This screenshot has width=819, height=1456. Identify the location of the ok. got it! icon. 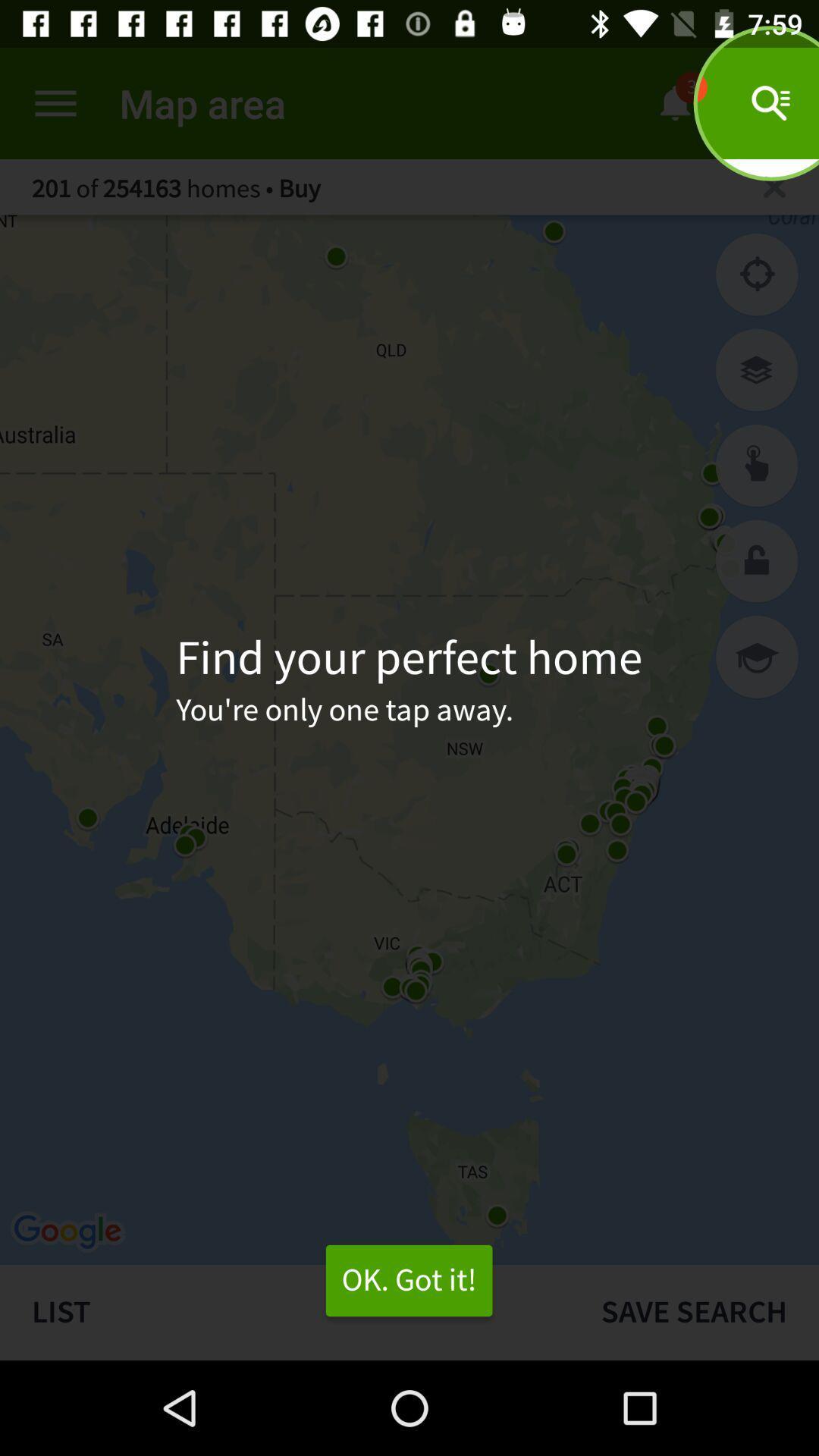
(408, 1280).